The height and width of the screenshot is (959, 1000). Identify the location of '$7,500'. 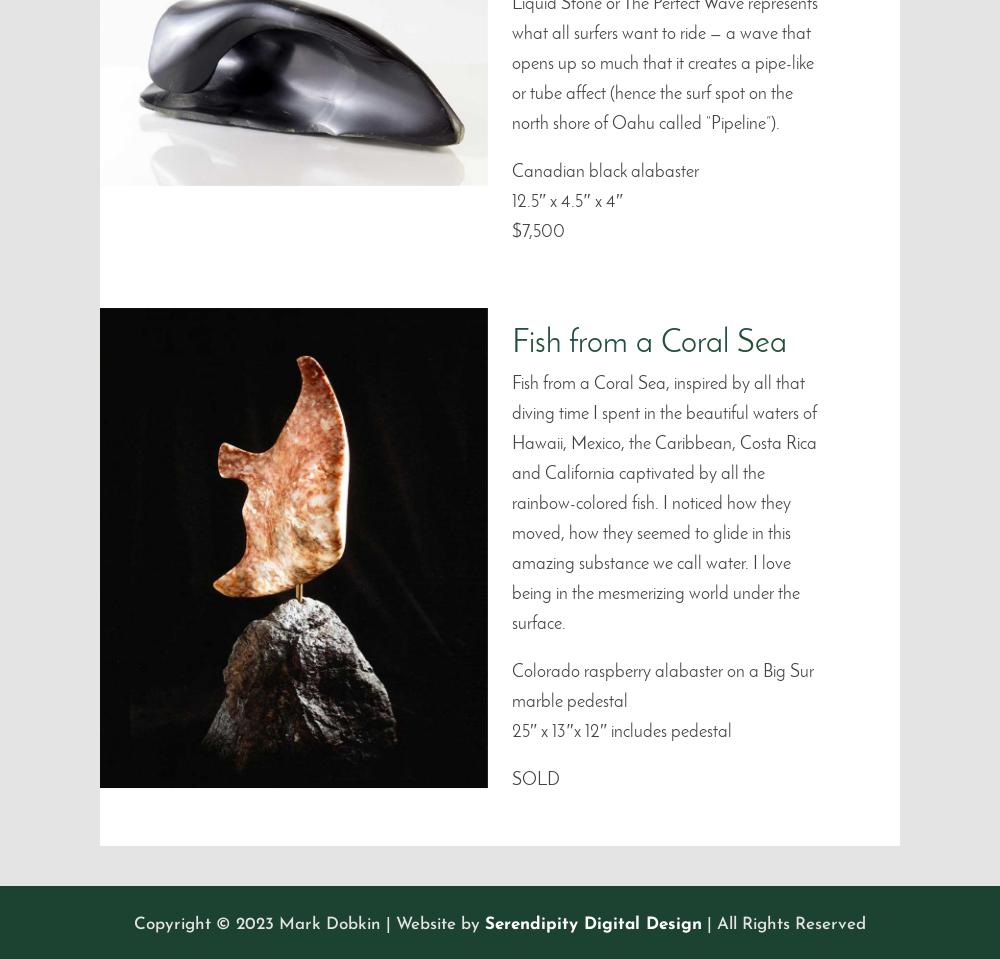
(512, 231).